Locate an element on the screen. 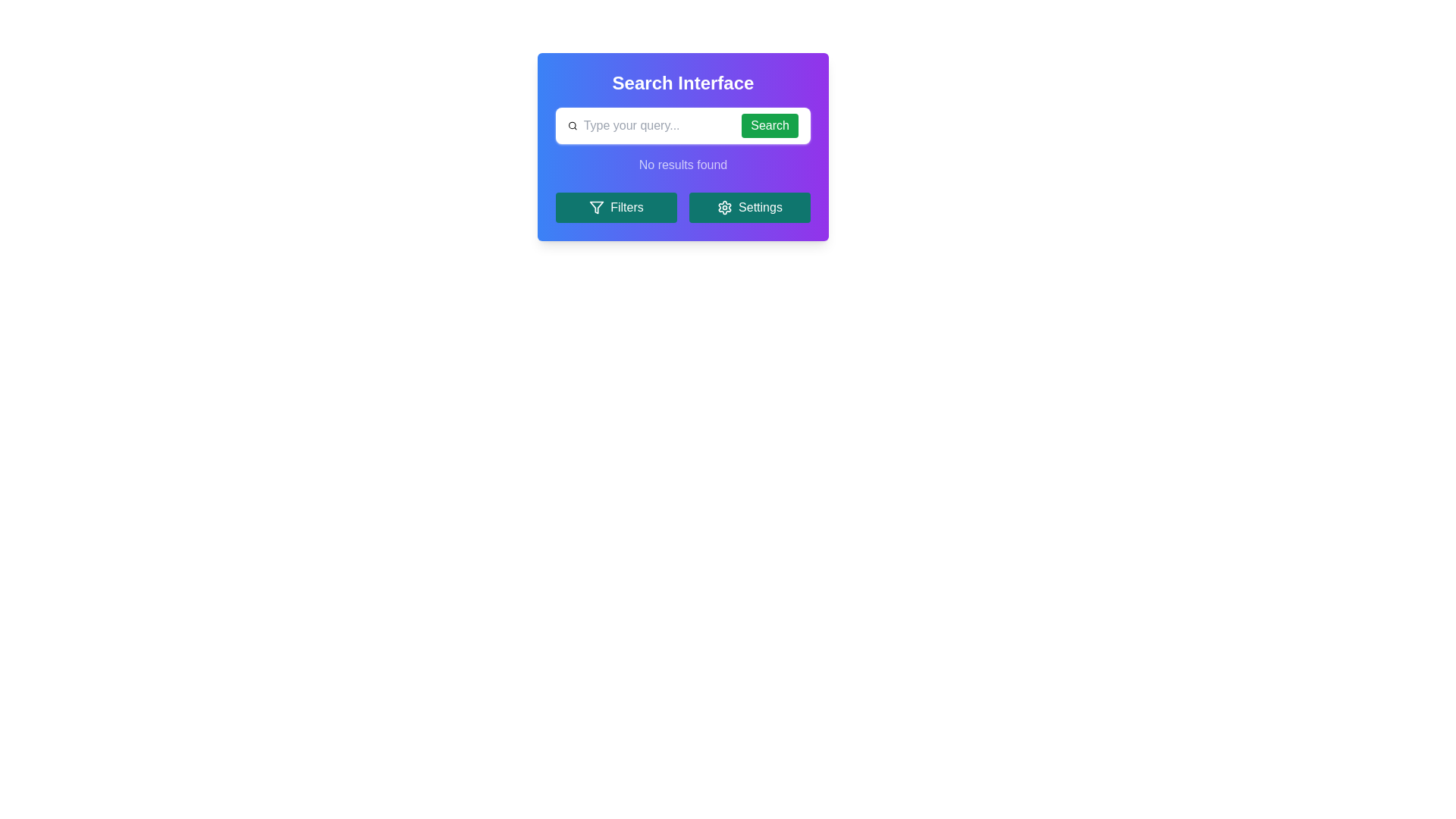 The height and width of the screenshot is (819, 1456). 'Settings' icon located within the 'Settings' button at the bottom-right section of the central overlay panel is located at coordinates (724, 207).